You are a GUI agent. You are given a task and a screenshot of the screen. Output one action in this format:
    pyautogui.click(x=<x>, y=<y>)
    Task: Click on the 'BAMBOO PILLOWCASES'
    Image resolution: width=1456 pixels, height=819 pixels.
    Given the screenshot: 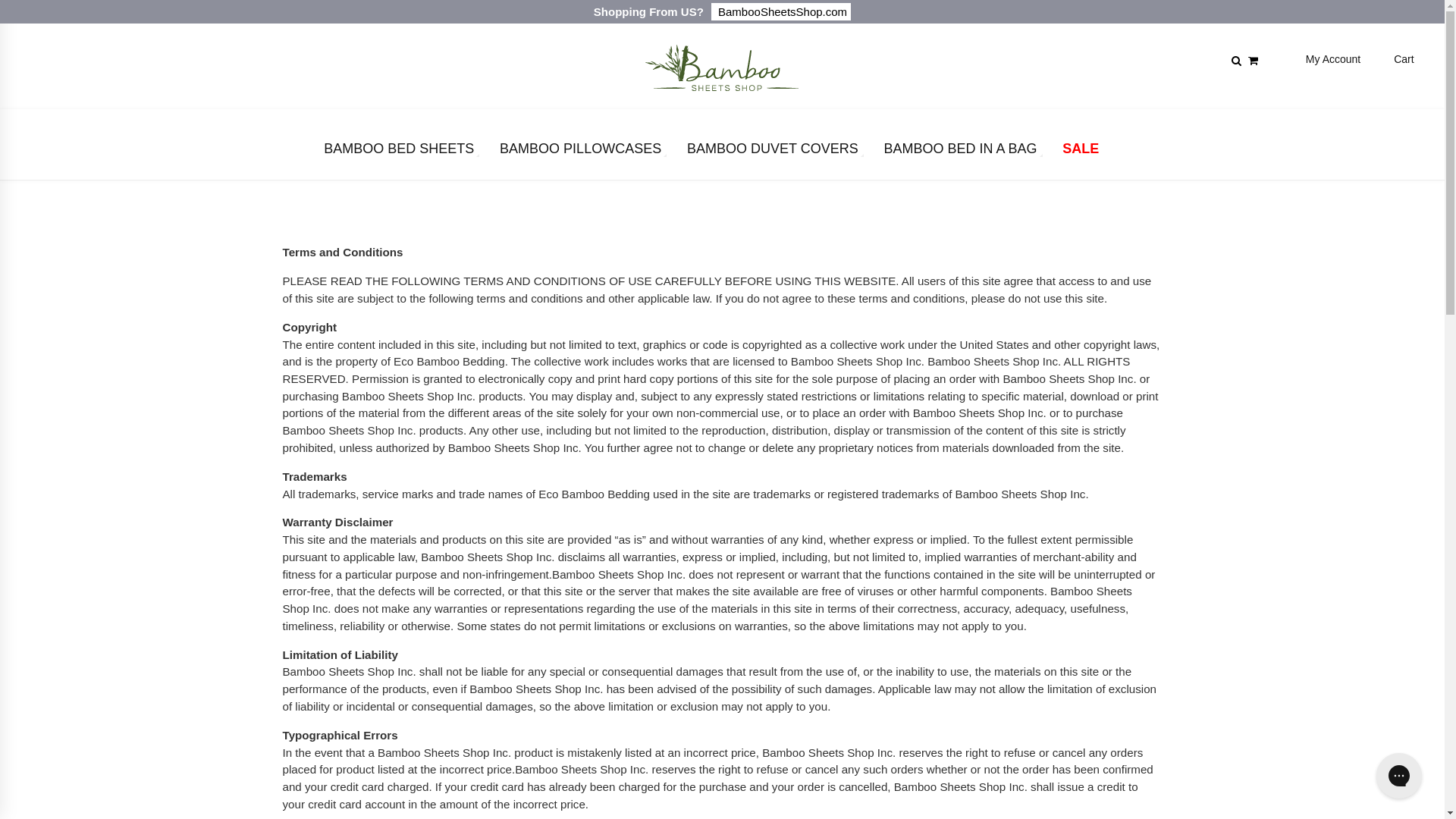 What is the action you would take?
    pyautogui.click(x=495, y=152)
    